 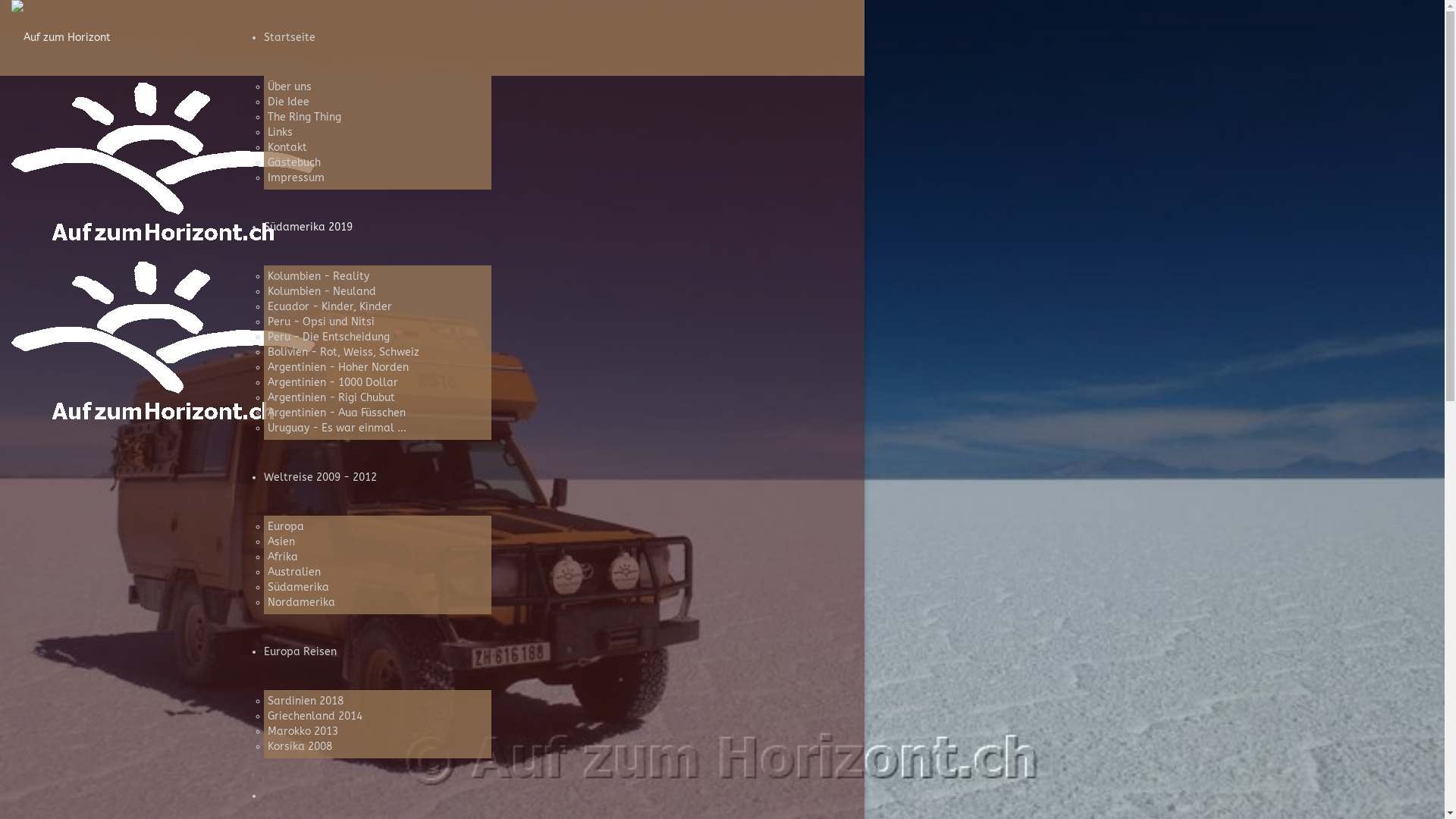 What do you see at coordinates (263, 36) in the screenshot?
I see `'Startseite'` at bounding box center [263, 36].